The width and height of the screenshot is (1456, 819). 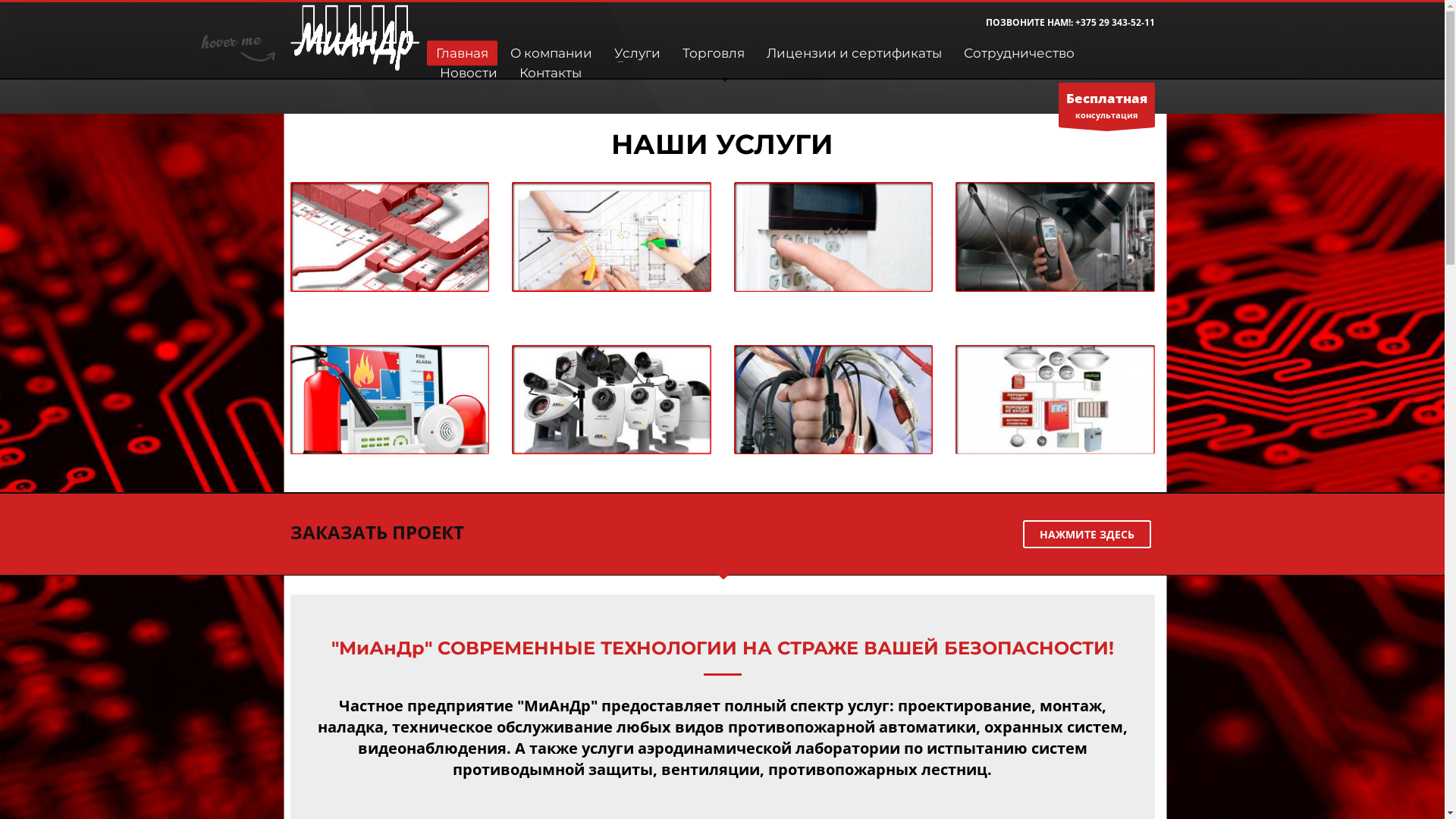 What do you see at coordinates (1115, 22) in the screenshot?
I see `'+375 29 343-52-11'` at bounding box center [1115, 22].